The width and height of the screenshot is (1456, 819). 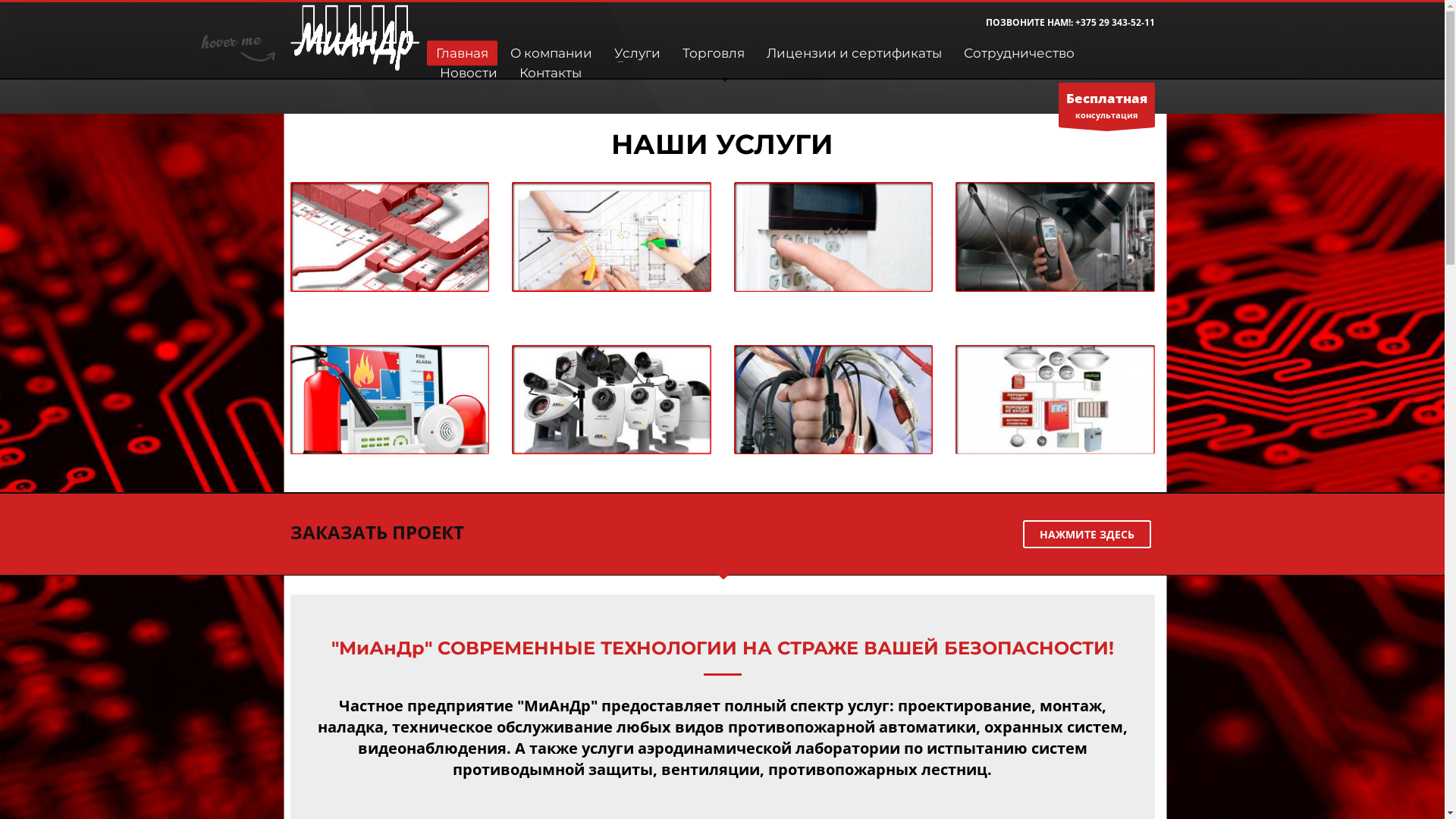 What do you see at coordinates (1115, 22) in the screenshot?
I see `'+375 29 343-52-11'` at bounding box center [1115, 22].